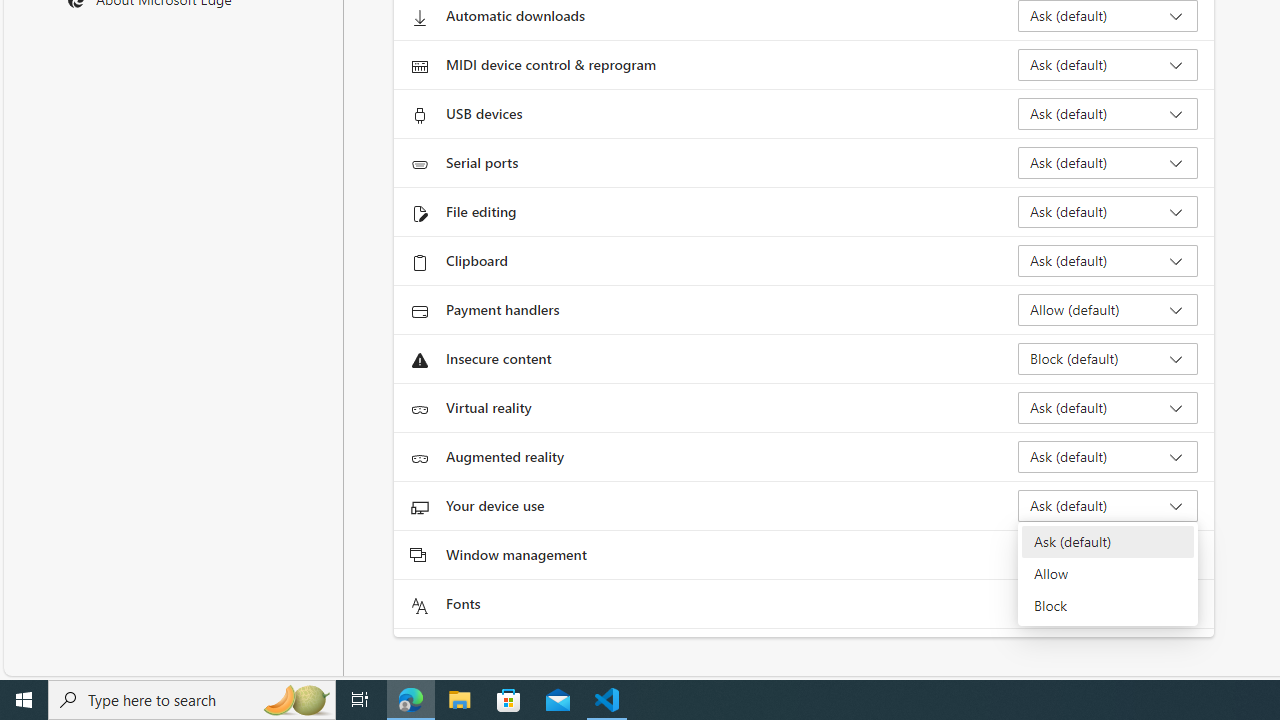 Image resolution: width=1280 pixels, height=720 pixels. What do you see at coordinates (1106, 357) in the screenshot?
I see `'Insecure content Block (default)'` at bounding box center [1106, 357].